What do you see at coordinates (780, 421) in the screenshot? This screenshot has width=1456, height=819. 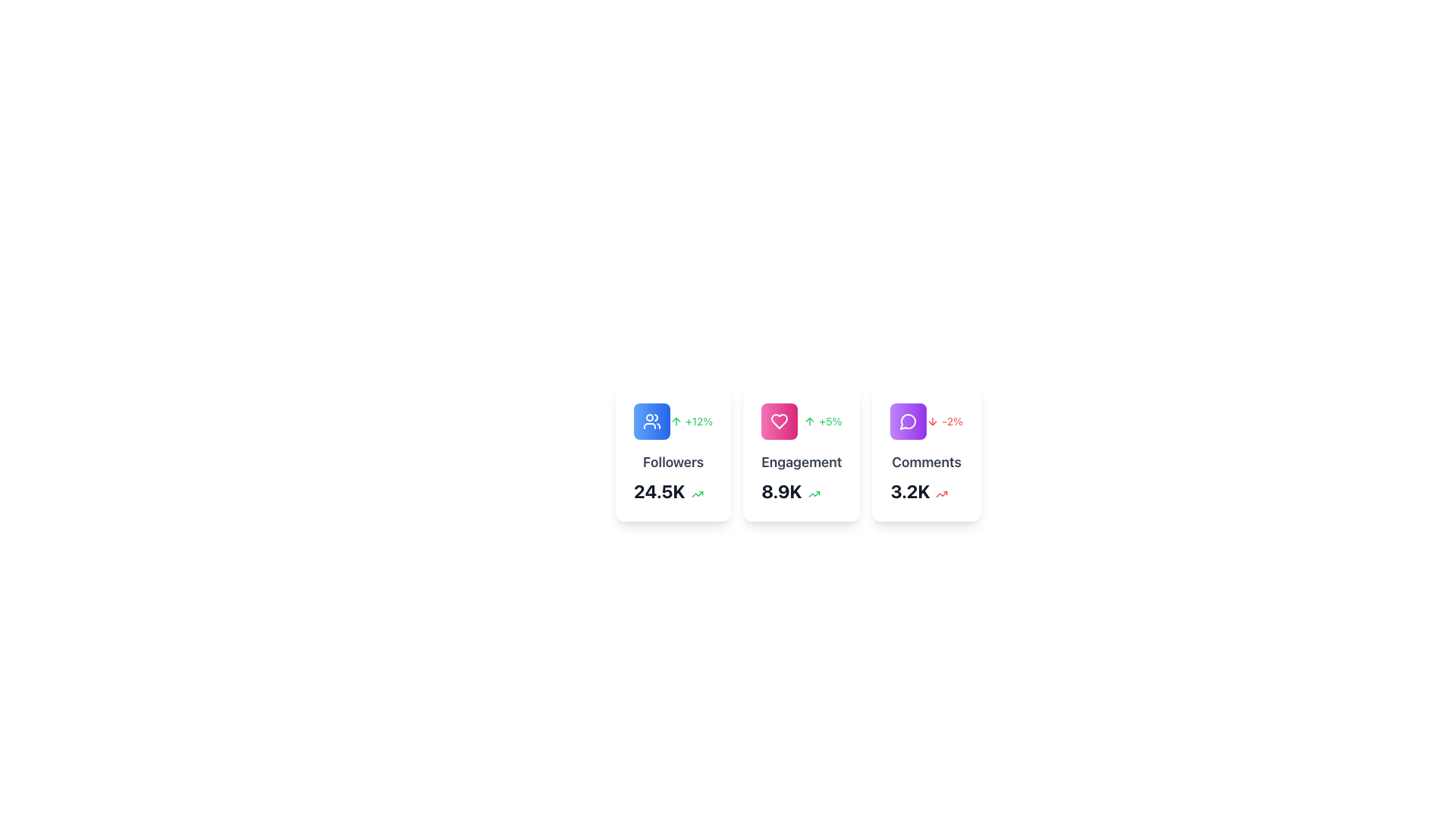 I see `the heart-shaped vector graphic styled in a pink gradient, located in the middle card of three distinct cards` at bounding box center [780, 421].